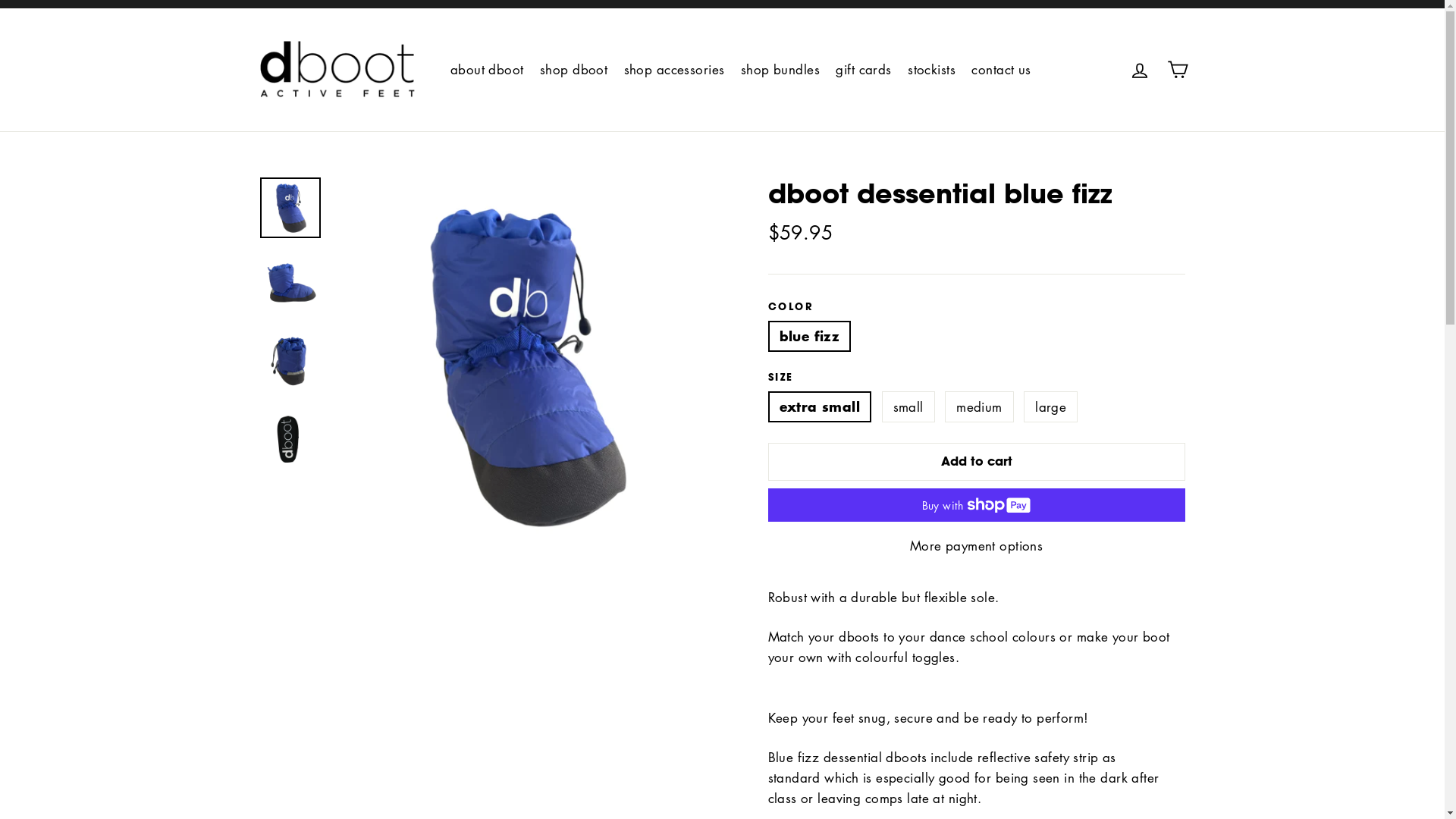 This screenshot has height=819, width=1456. I want to click on 'Log in', so click(1139, 70).